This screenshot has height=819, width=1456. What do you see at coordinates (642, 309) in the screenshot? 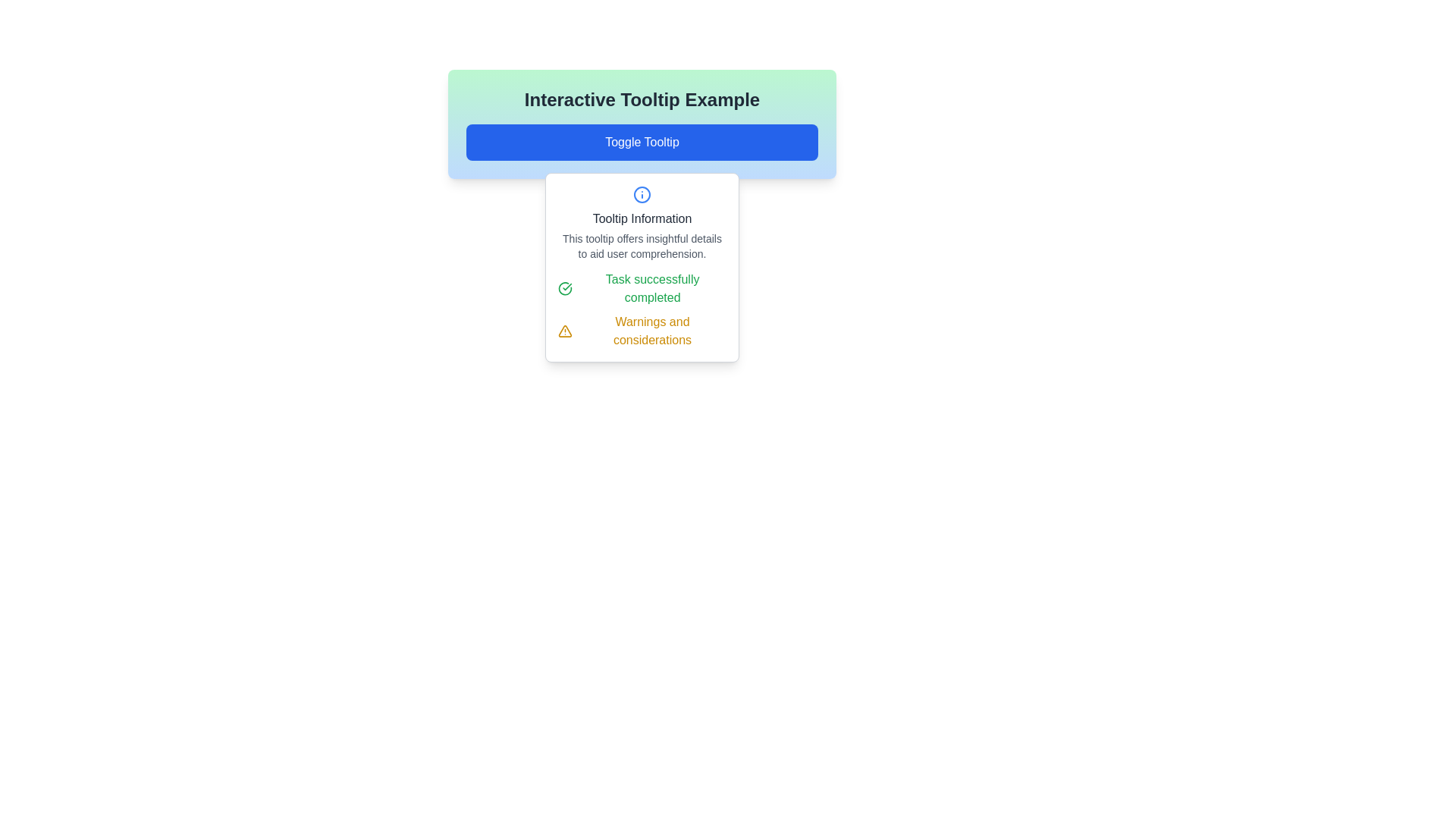
I see `the green checkmark icon in the informational status display indicating 'Task successfully completed'` at bounding box center [642, 309].